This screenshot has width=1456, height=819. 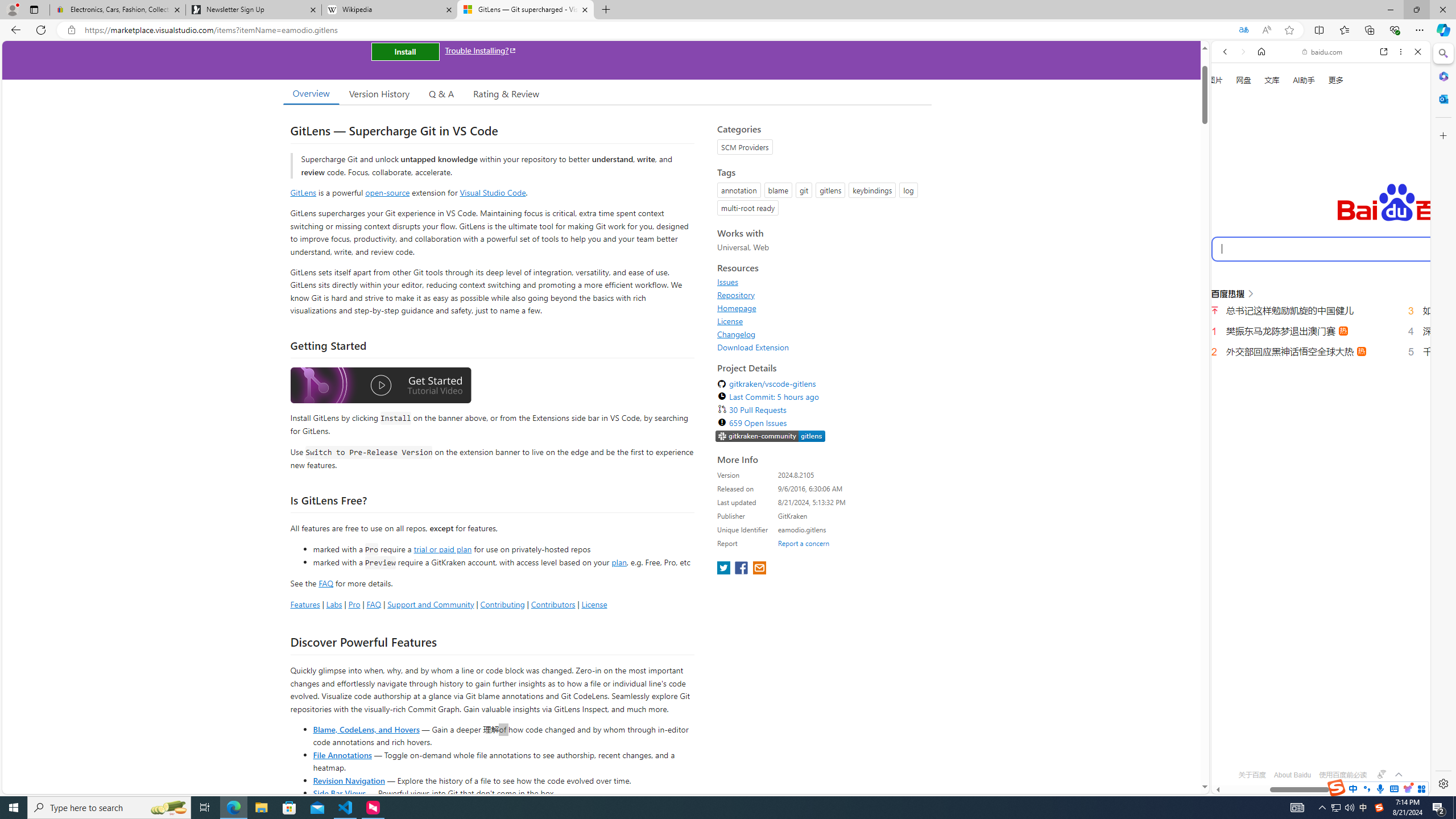 What do you see at coordinates (380, 387) in the screenshot?
I see `'Watch the GitLens Getting Started video'` at bounding box center [380, 387].